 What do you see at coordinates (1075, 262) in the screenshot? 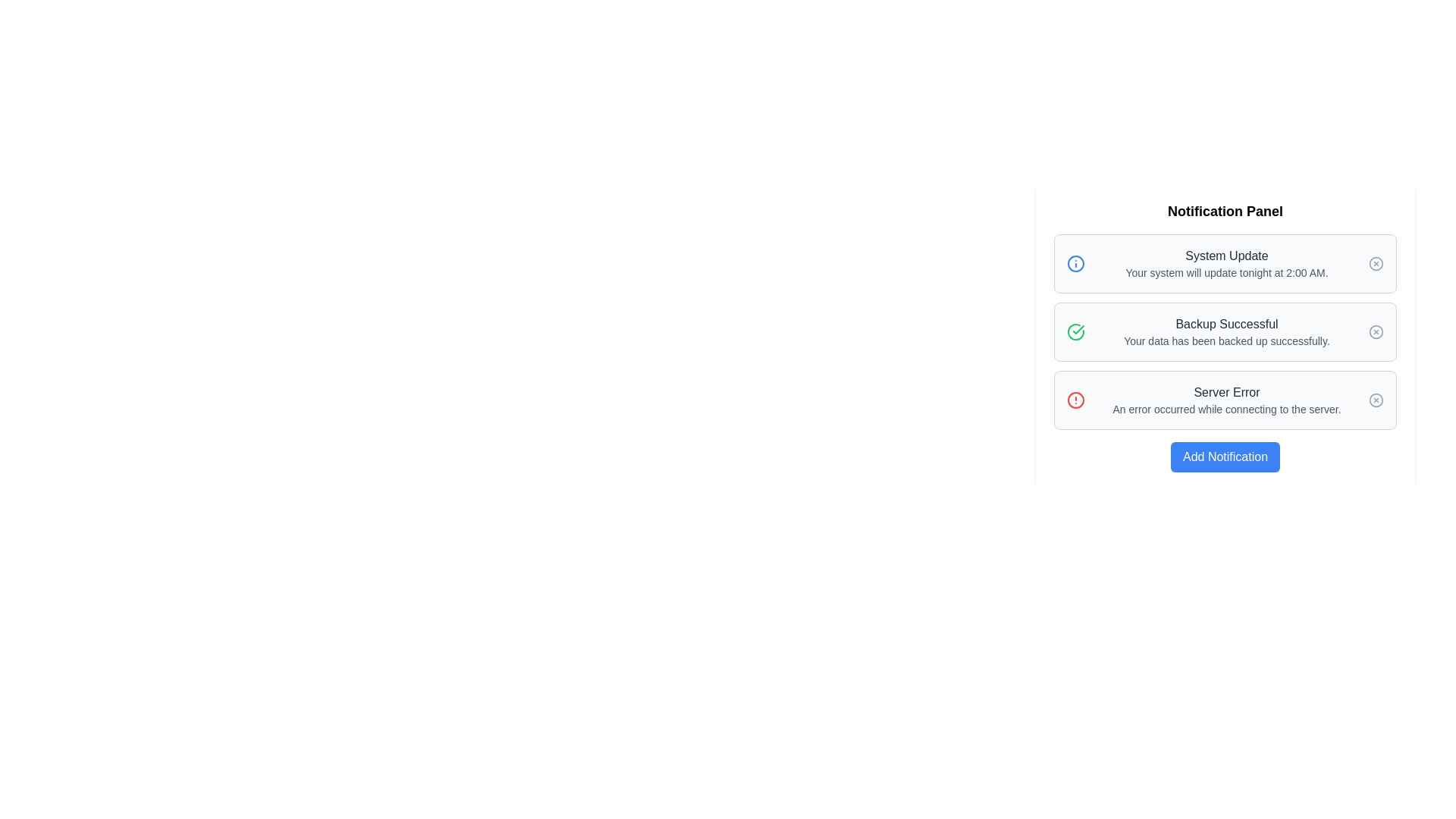
I see `the vector graphic circle that symbolizes an informational or notification status, located near the top-left corner of the system update notification entry` at bounding box center [1075, 262].